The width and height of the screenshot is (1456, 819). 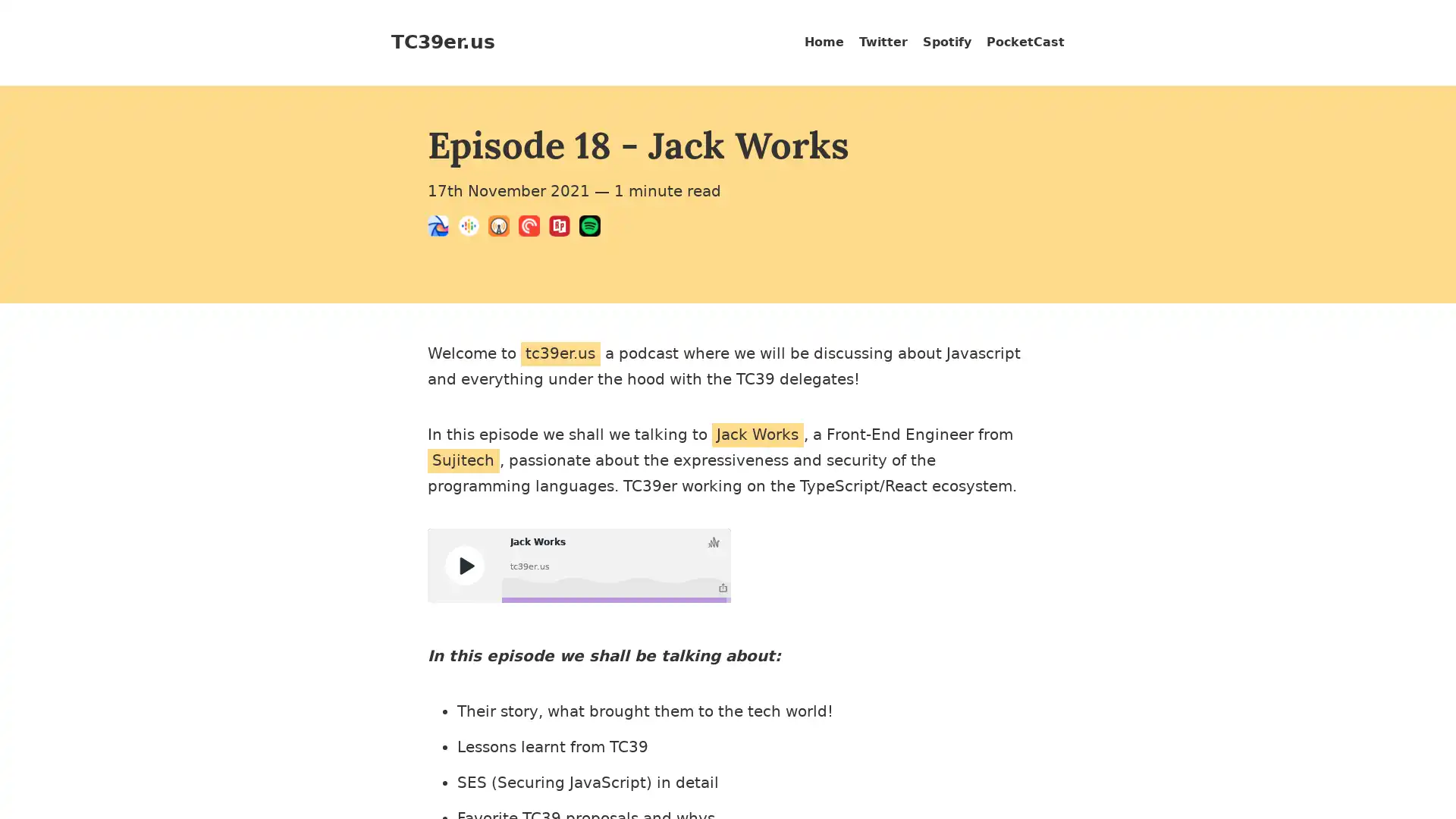 What do you see at coordinates (563, 228) in the screenshot?
I see `RadioPublic Logo` at bounding box center [563, 228].